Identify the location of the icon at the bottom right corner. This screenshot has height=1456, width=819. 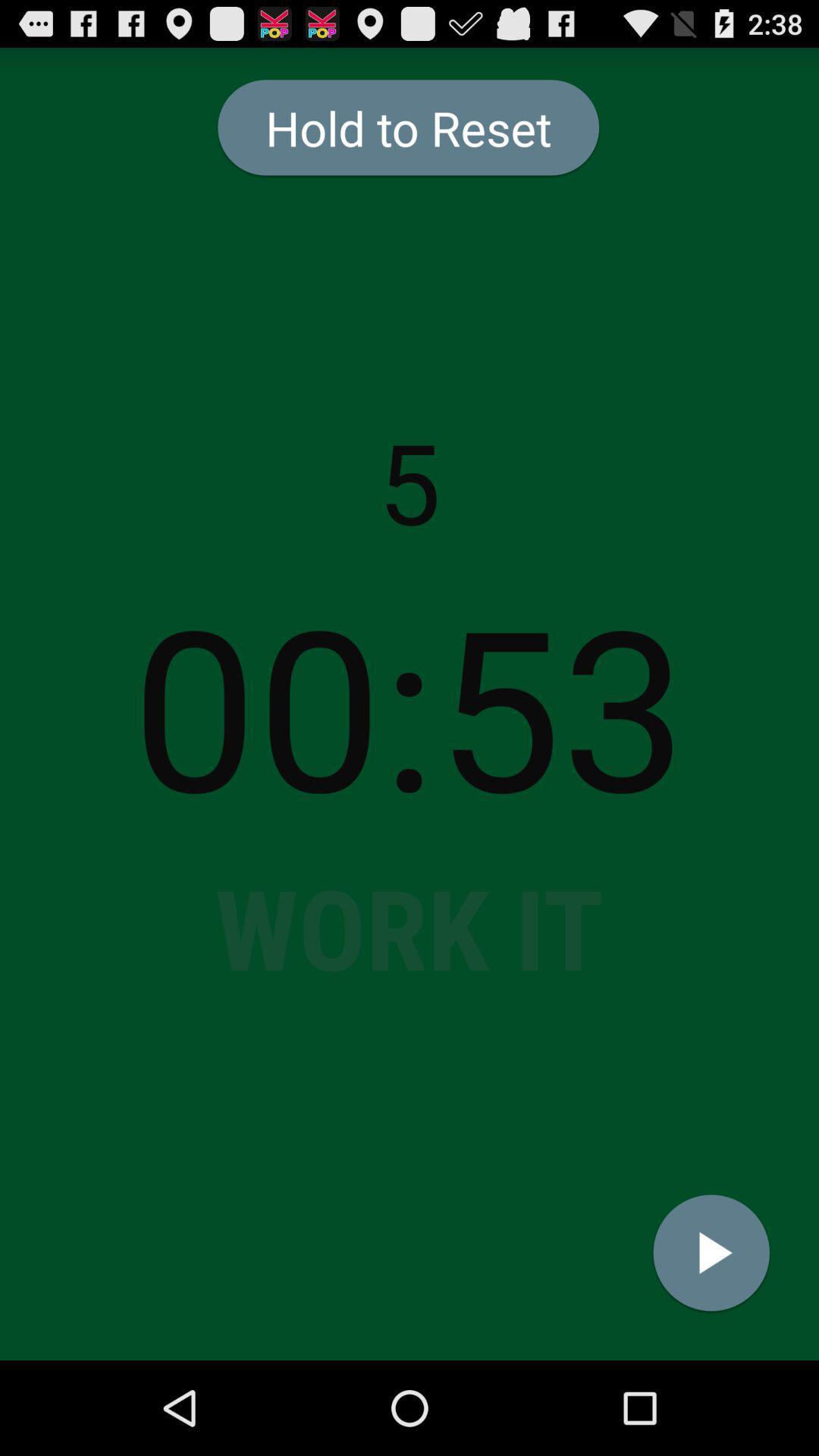
(711, 1253).